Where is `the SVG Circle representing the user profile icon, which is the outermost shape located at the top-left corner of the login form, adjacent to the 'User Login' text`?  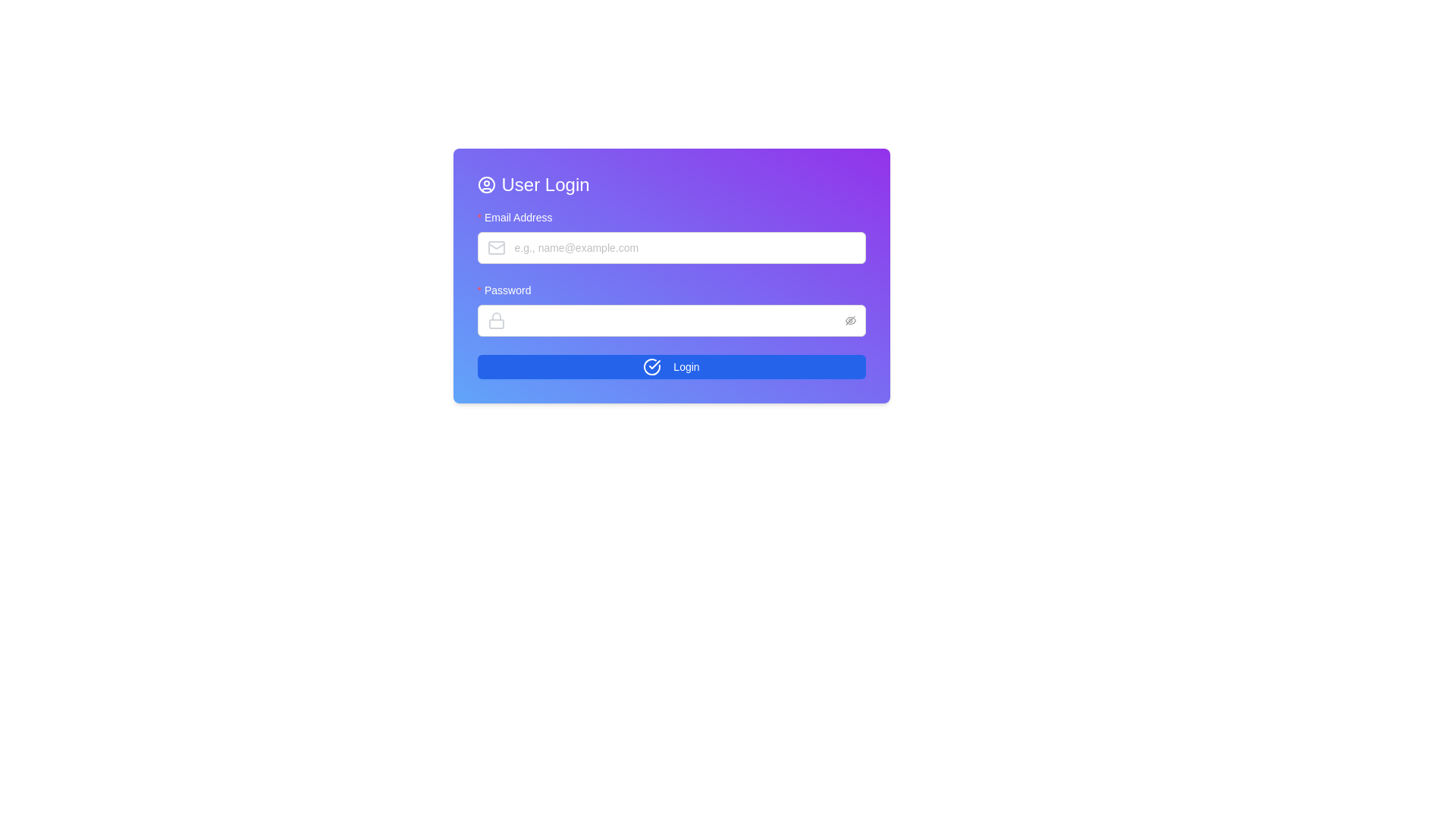 the SVG Circle representing the user profile icon, which is the outermost shape located at the top-left corner of the login form, adjacent to the 'User Login' text is located at coordinates (486, 184).